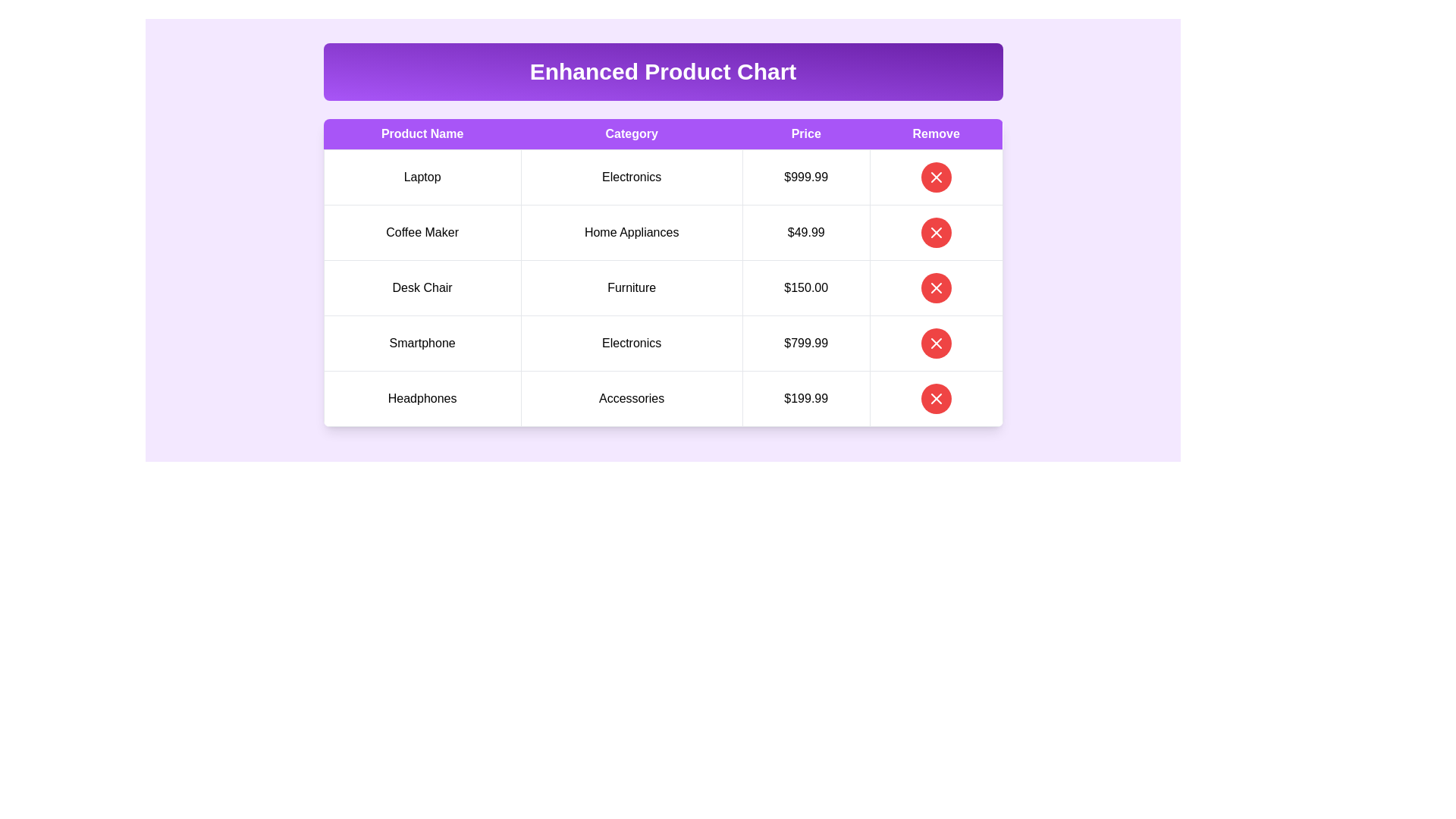 The image size is (1456, 819). What do you see at coordinates (632, 343) in the screenshot?
I see `the 'Electronics' text label in the 'Category' column of the row for the 'Smartphone' product` at bounding box center [632, 343].